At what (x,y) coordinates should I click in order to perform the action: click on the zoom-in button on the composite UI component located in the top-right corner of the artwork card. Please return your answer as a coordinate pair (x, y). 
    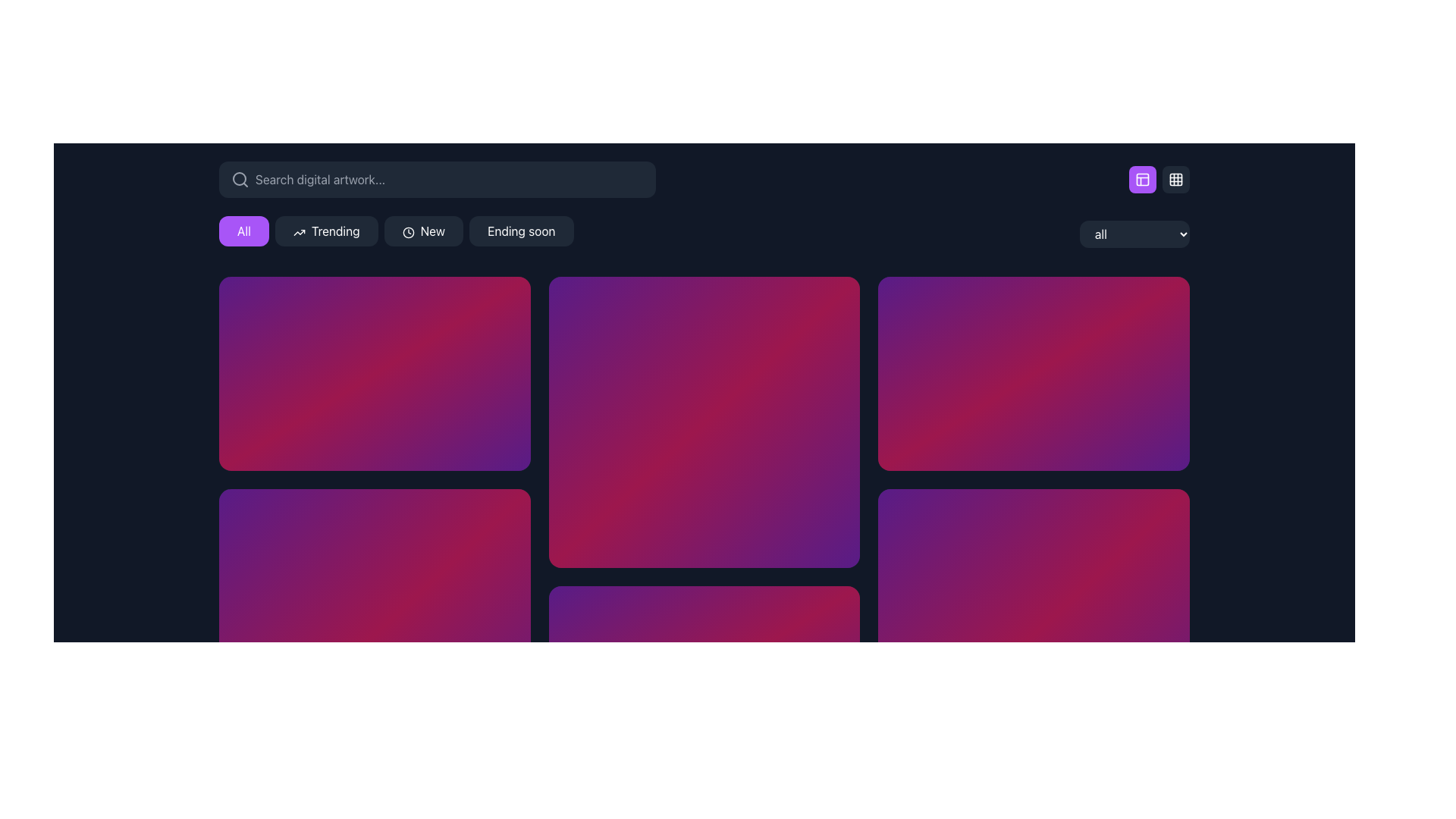
    Looking at the image, I should click on (488, 302).